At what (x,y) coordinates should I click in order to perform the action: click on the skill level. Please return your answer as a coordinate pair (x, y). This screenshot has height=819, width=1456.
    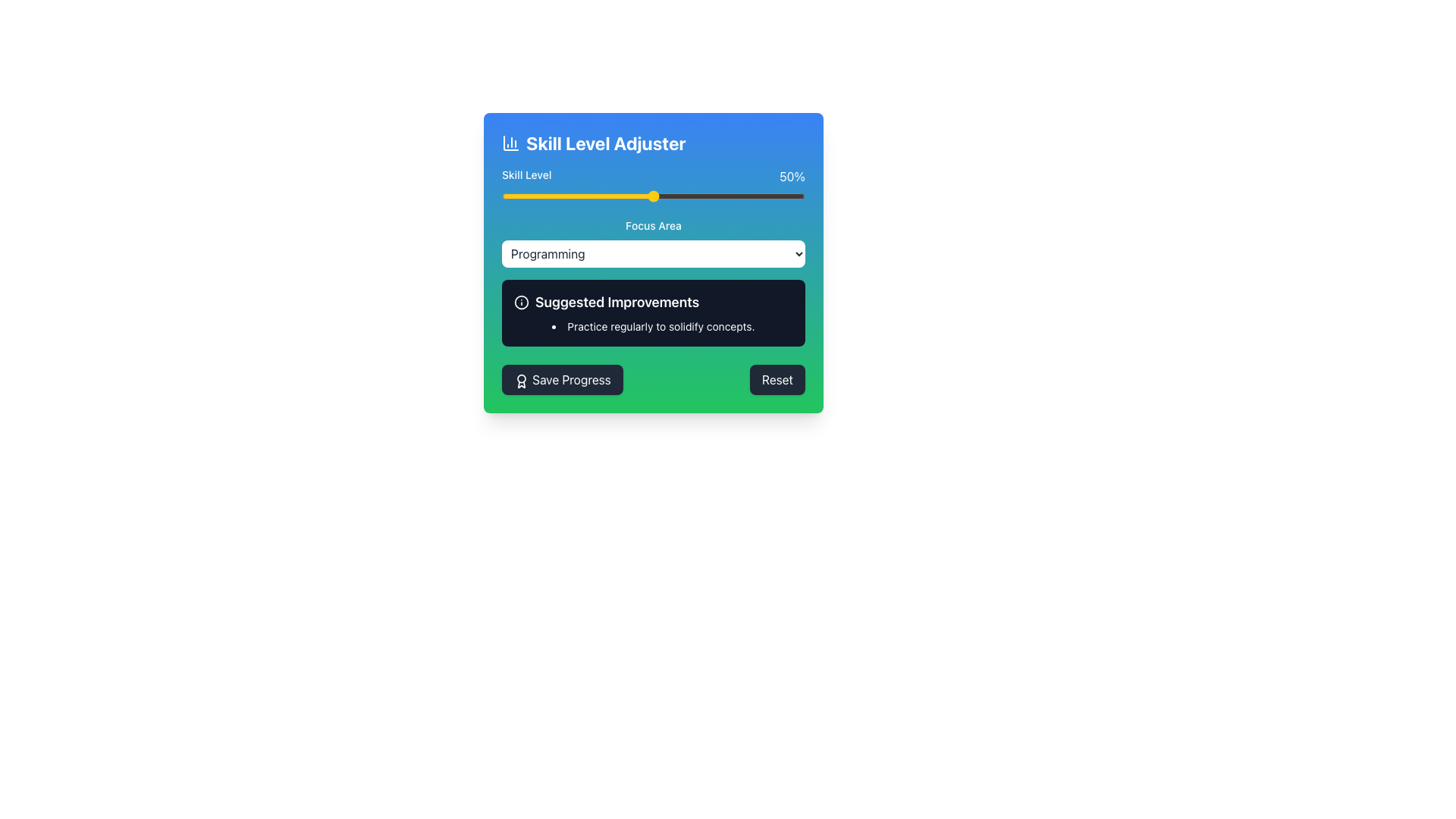
    Looking at the image, I should click on (513, 195).